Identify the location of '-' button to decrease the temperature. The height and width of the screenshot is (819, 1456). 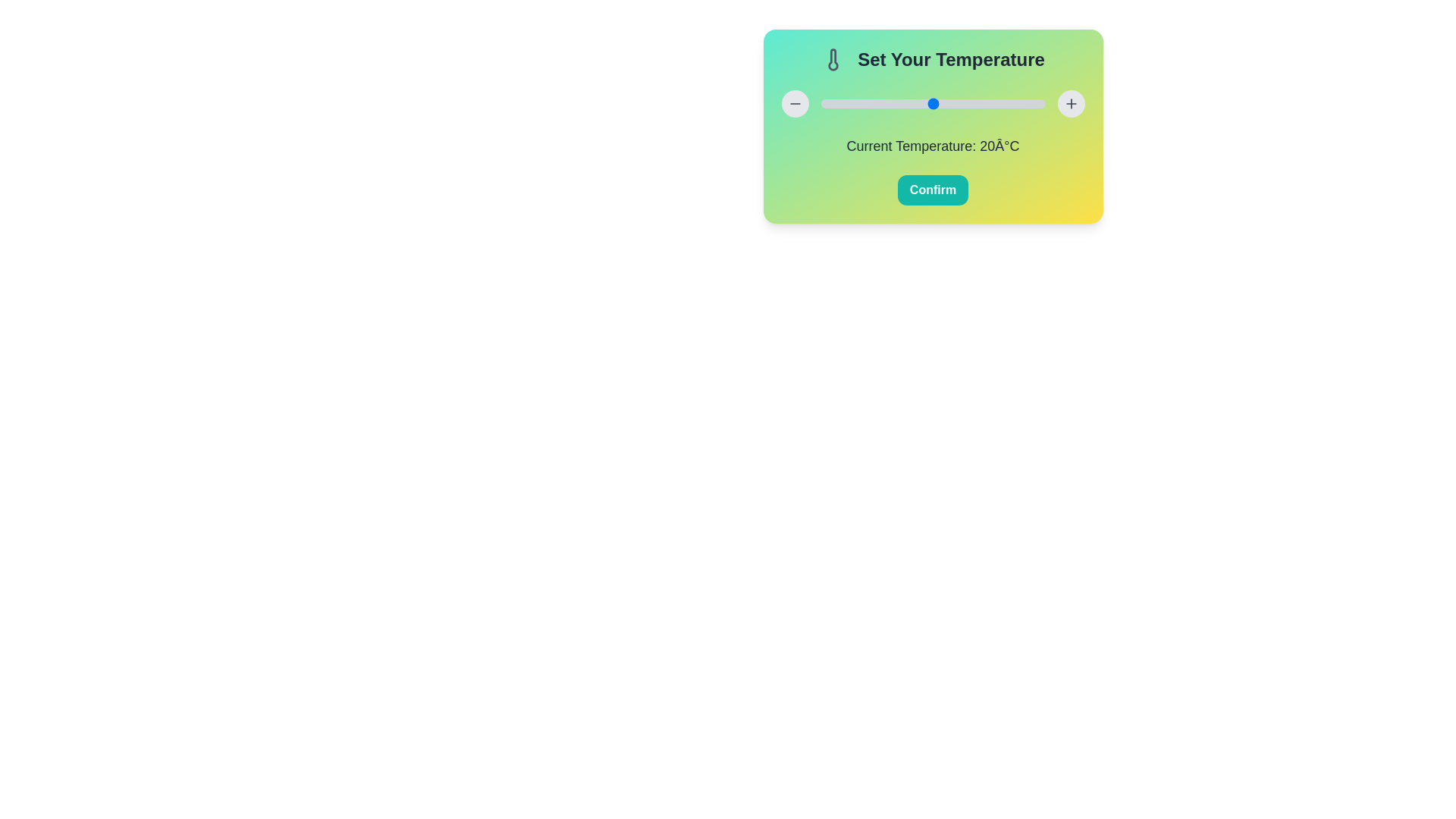
(794, 103).